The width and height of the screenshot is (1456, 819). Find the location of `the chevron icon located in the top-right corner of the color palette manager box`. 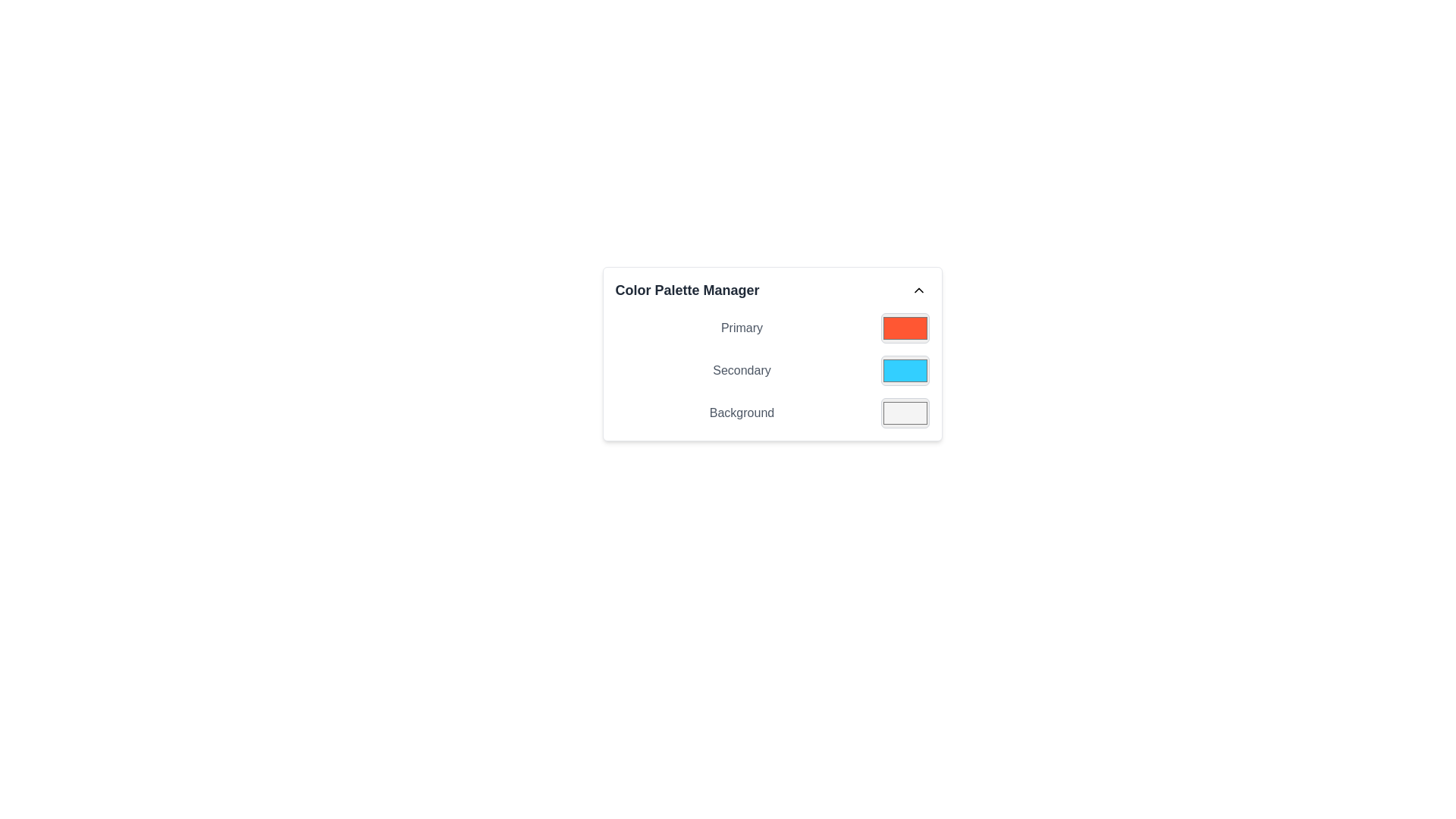

the chevron icon located in the top-right corner of the color palette manager box is located at coordinates (918, 290).